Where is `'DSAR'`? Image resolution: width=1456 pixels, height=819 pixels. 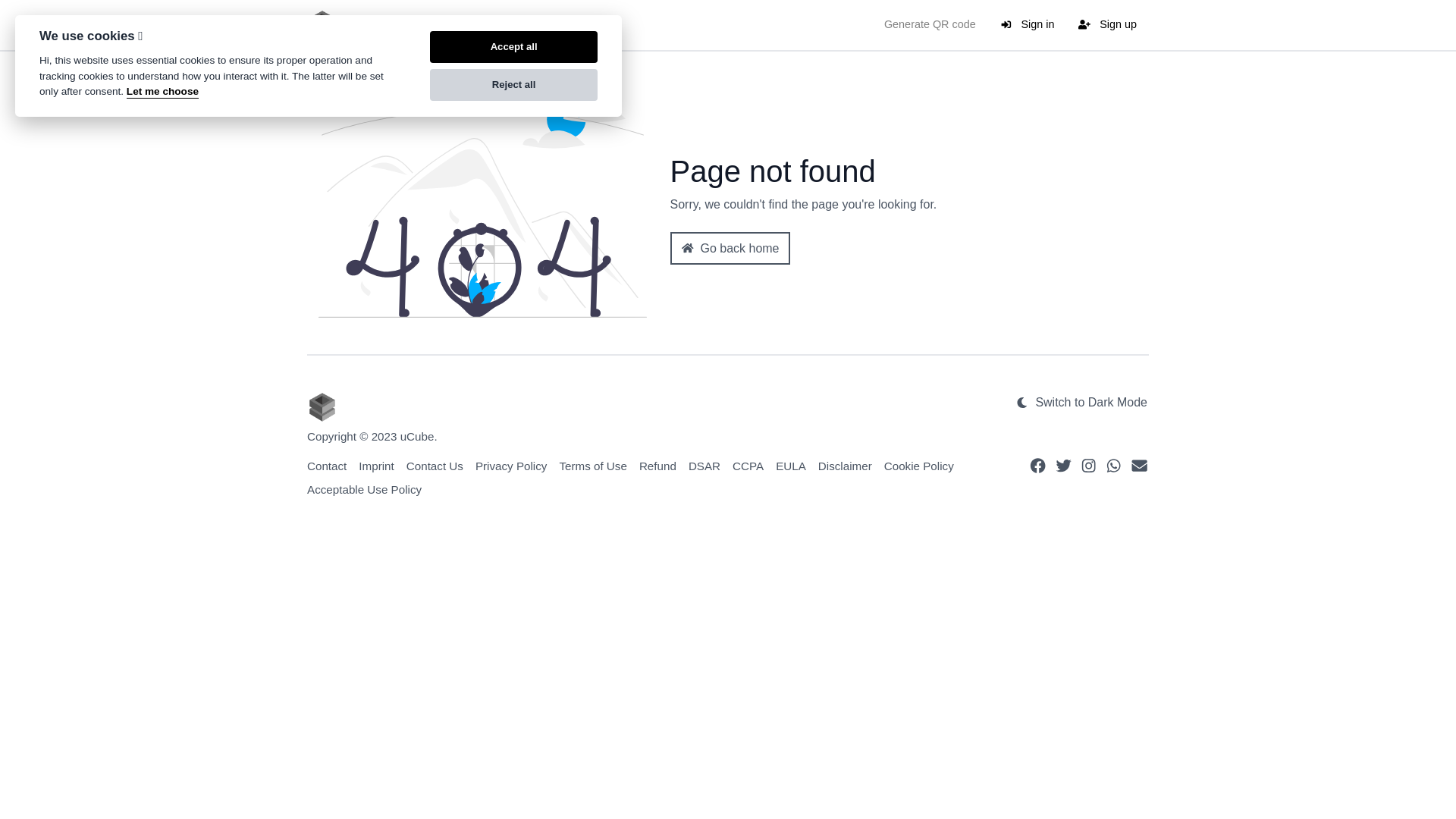
'DSAR' is located at coordinates (704, 465).